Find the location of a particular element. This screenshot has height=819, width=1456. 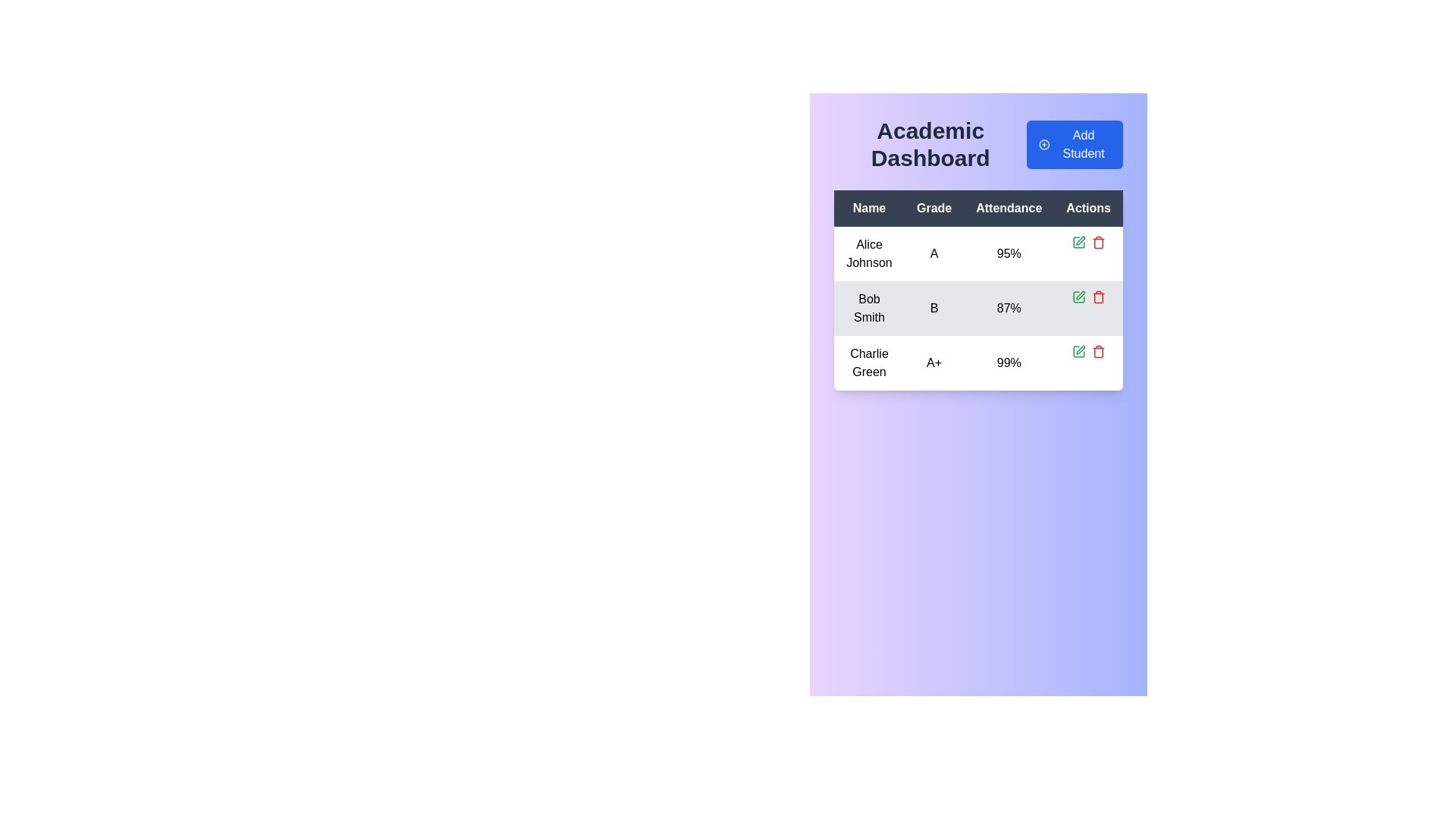

the green edit icon located in the 'Actions' column of the second row in the table for 'Bob Smith' is located at coordinates (1078, 242).